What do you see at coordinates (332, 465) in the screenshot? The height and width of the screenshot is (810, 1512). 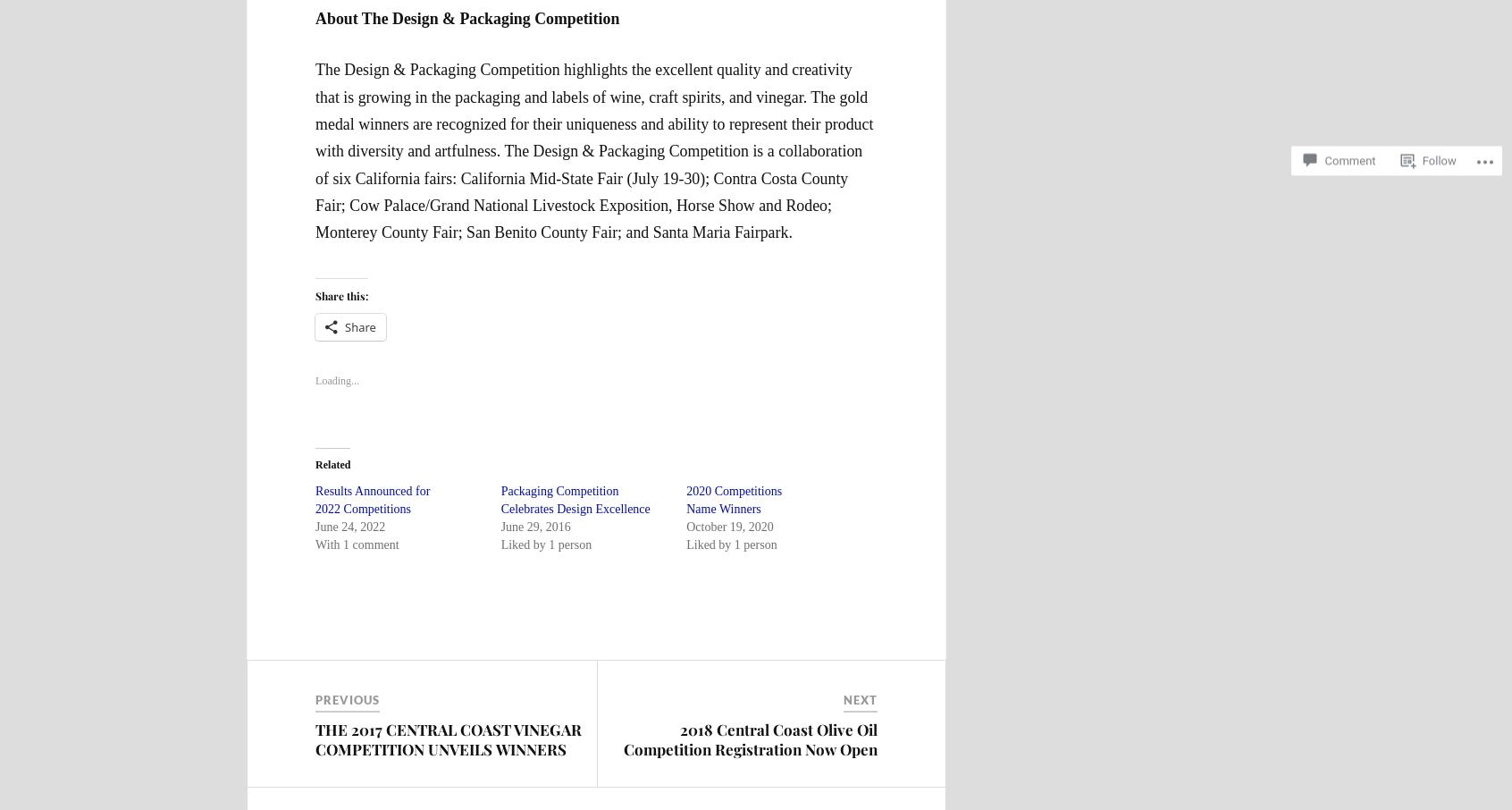 I see `'Related'` at bounding box center [332, 465].